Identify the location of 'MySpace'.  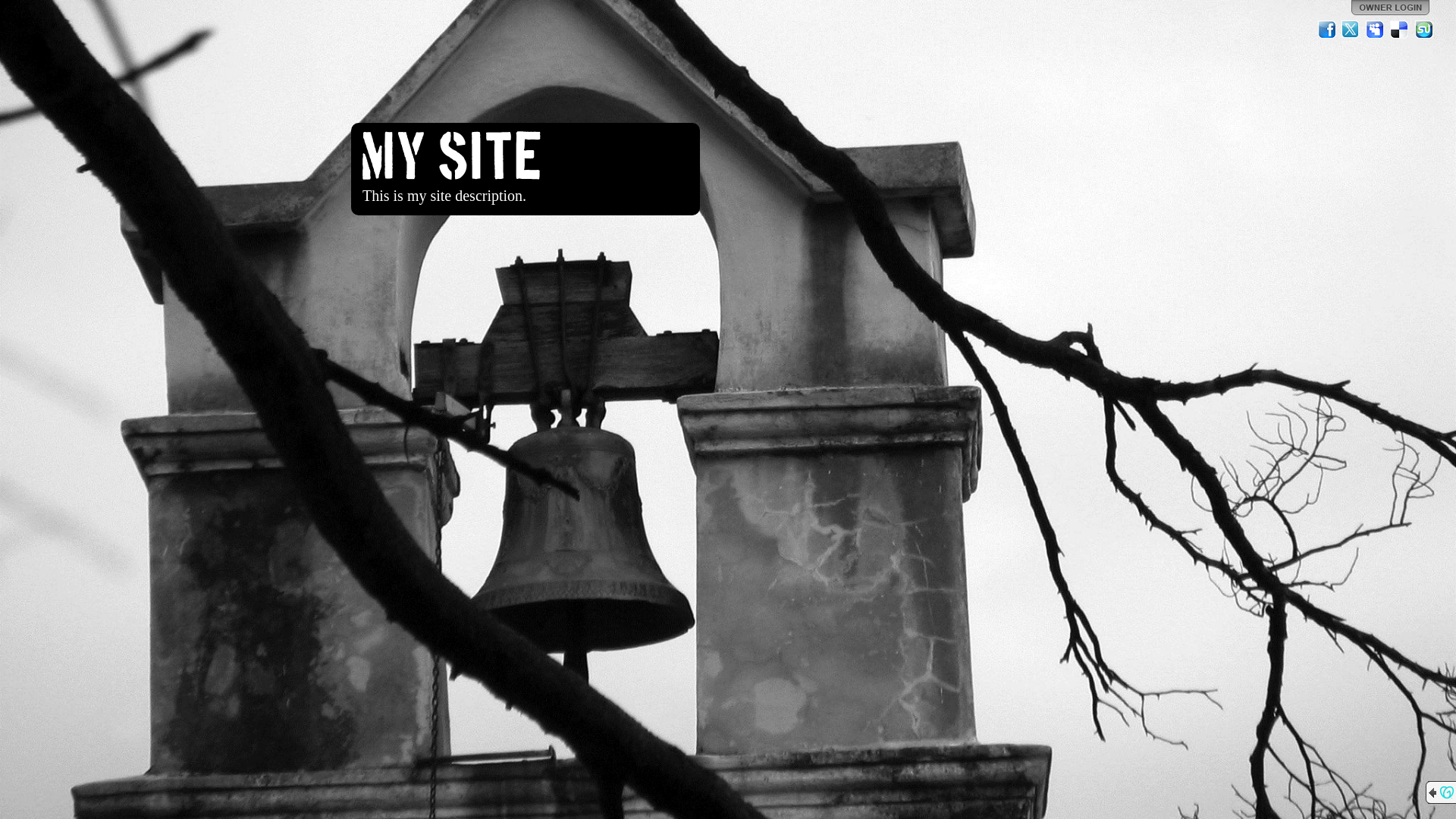
(1376, 29).